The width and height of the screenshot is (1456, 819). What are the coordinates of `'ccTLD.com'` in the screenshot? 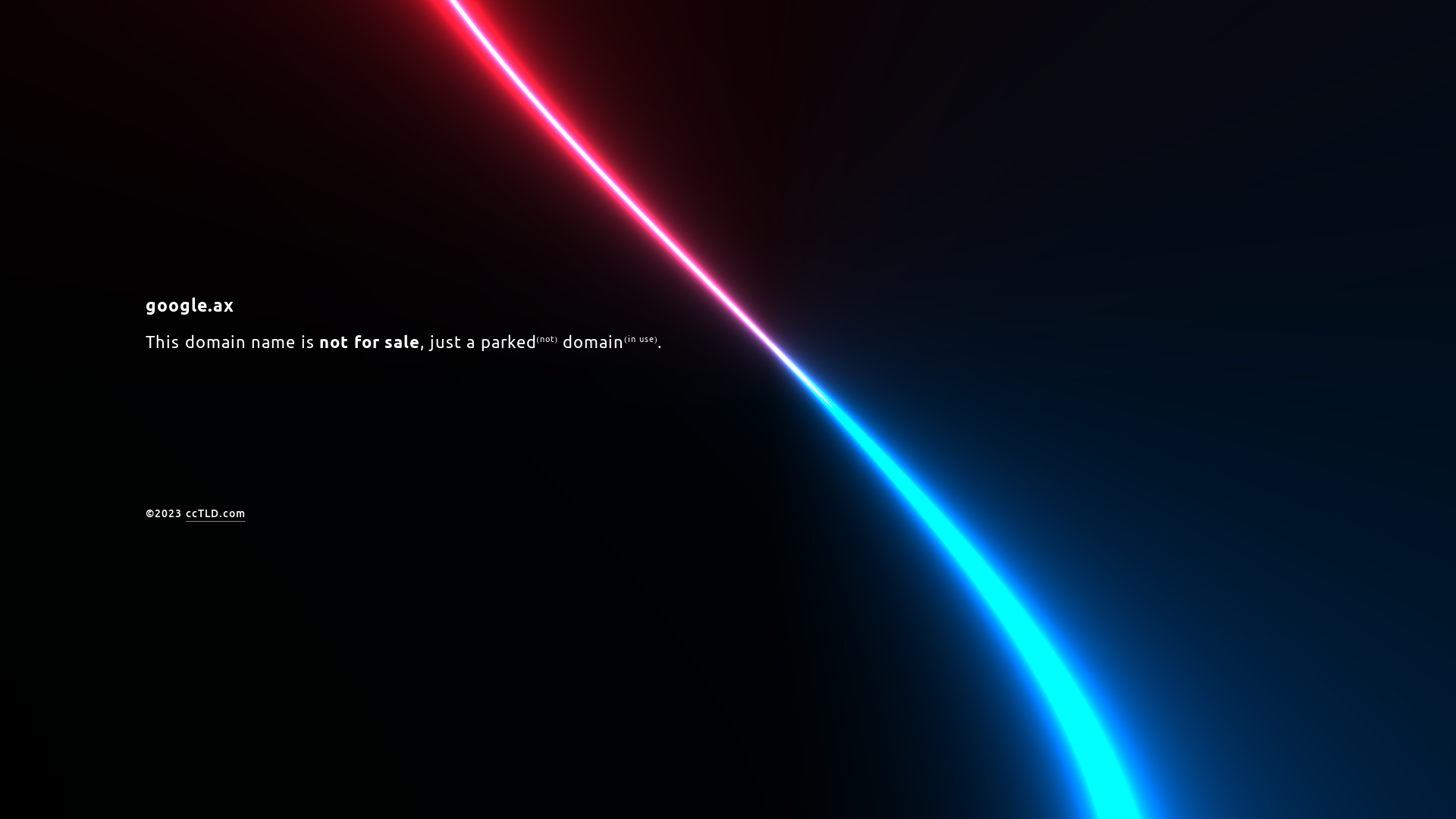 It's located at (214, 513).